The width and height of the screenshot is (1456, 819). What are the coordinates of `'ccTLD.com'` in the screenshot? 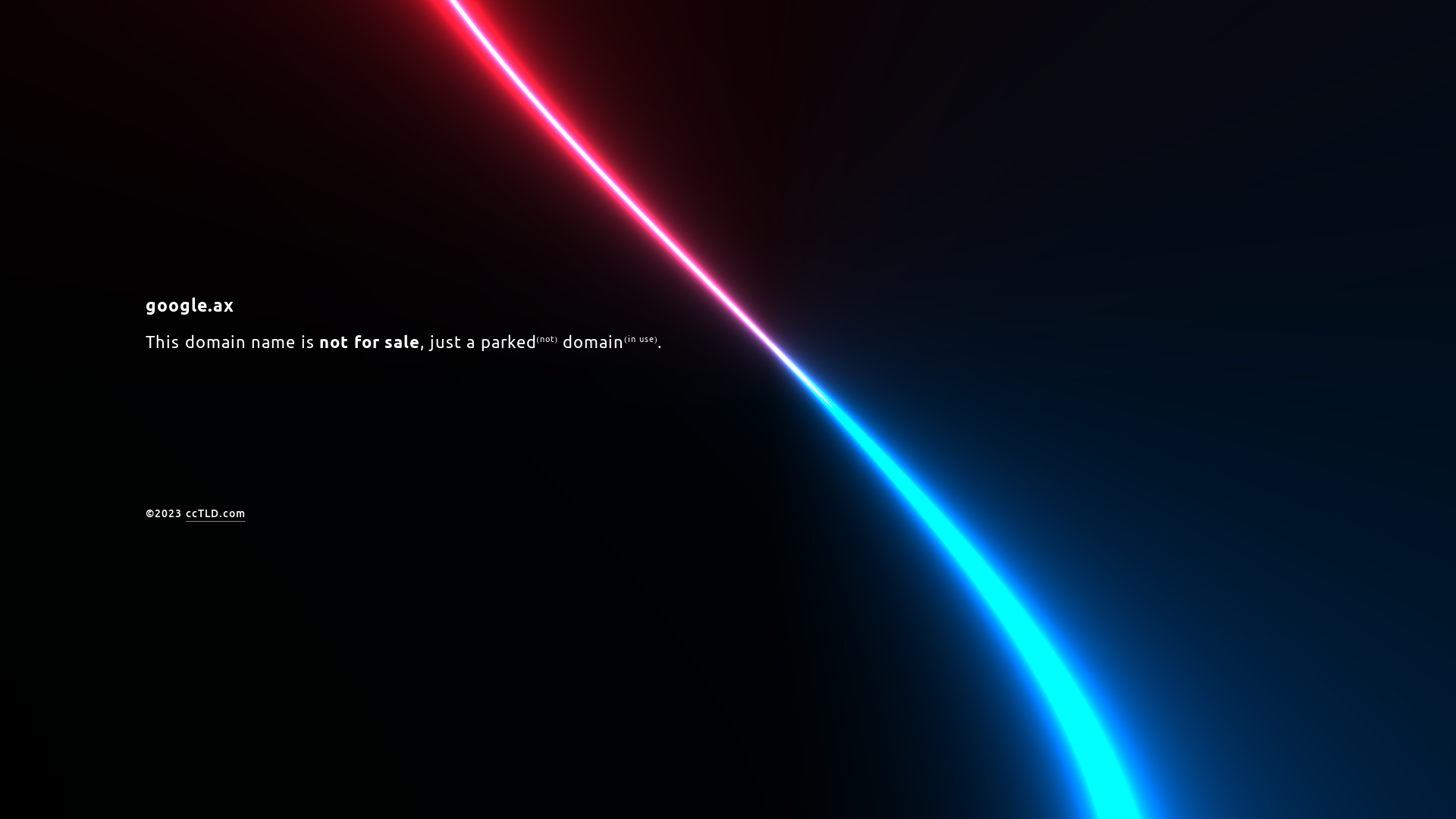 It's located at (214, 513).